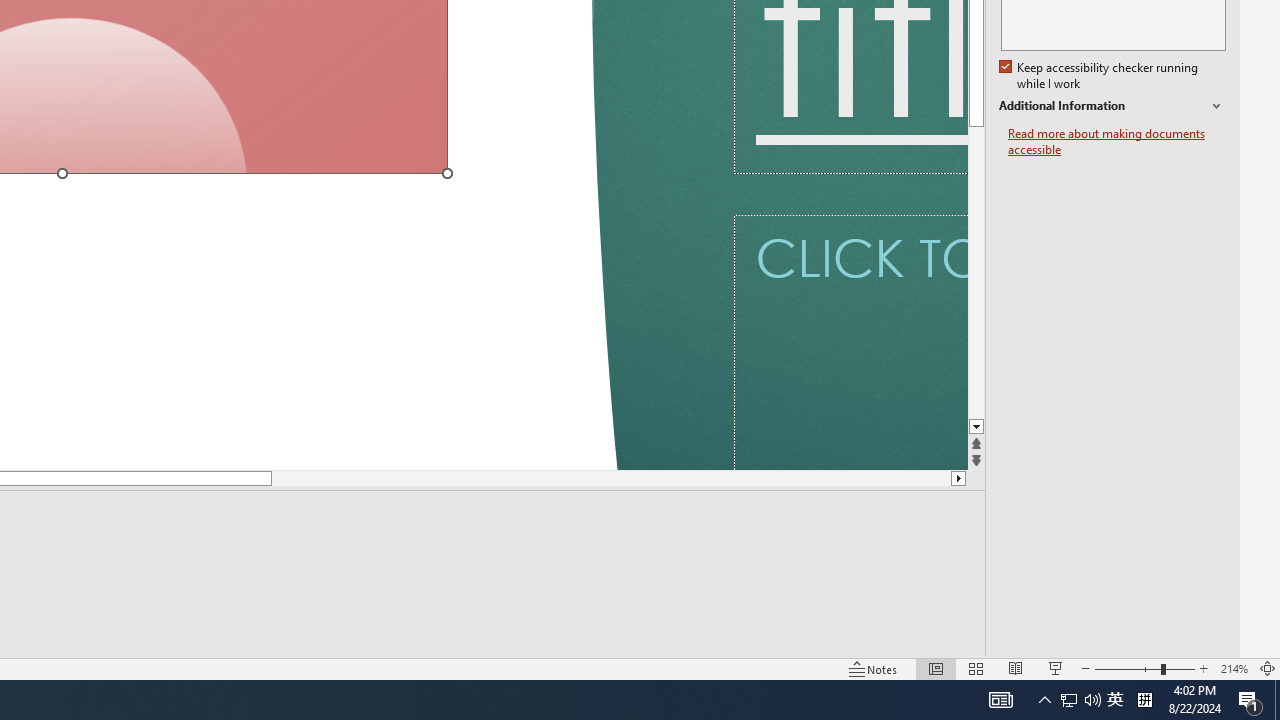 The height and width of the screenshot is (720, 1280). Describe the element at coordinates (976, 426) in the screenshot. I see `'Line down'` at that location.